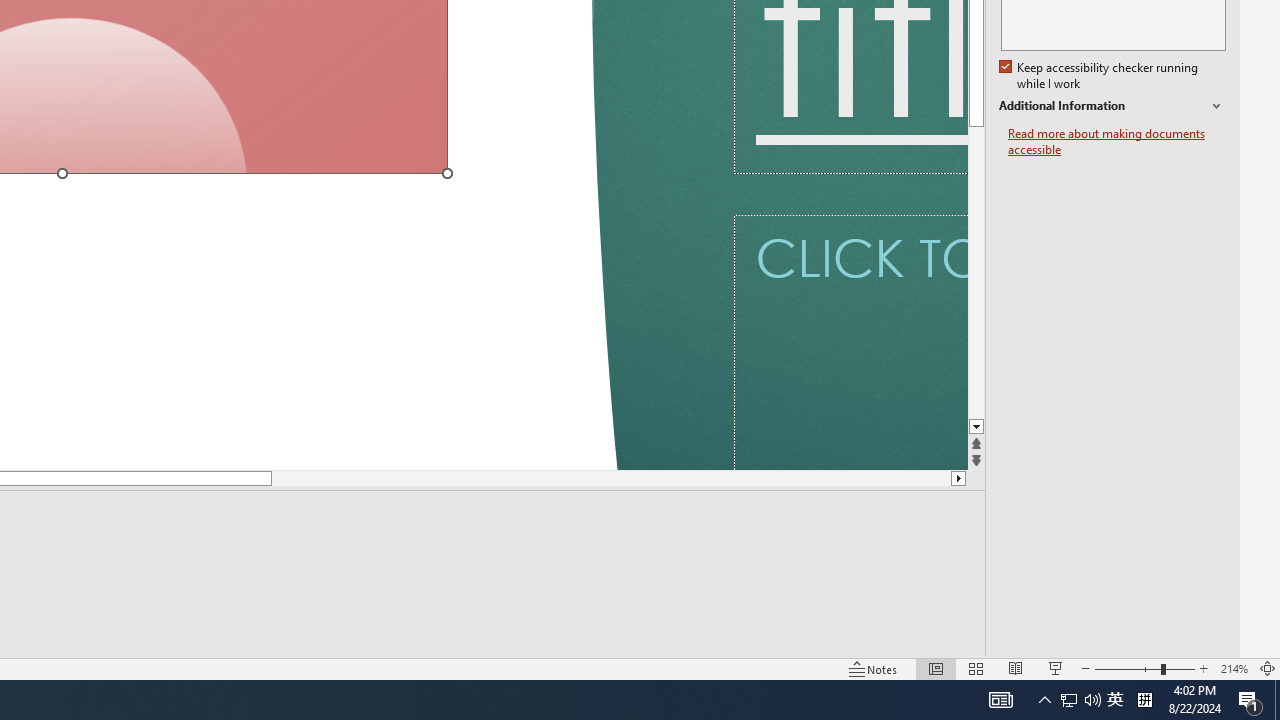 The height and width of the screenshot is (720, 1280). Describe the element at coordinates (976, 426) in the screenshot. I see `'Line down'` at that location.